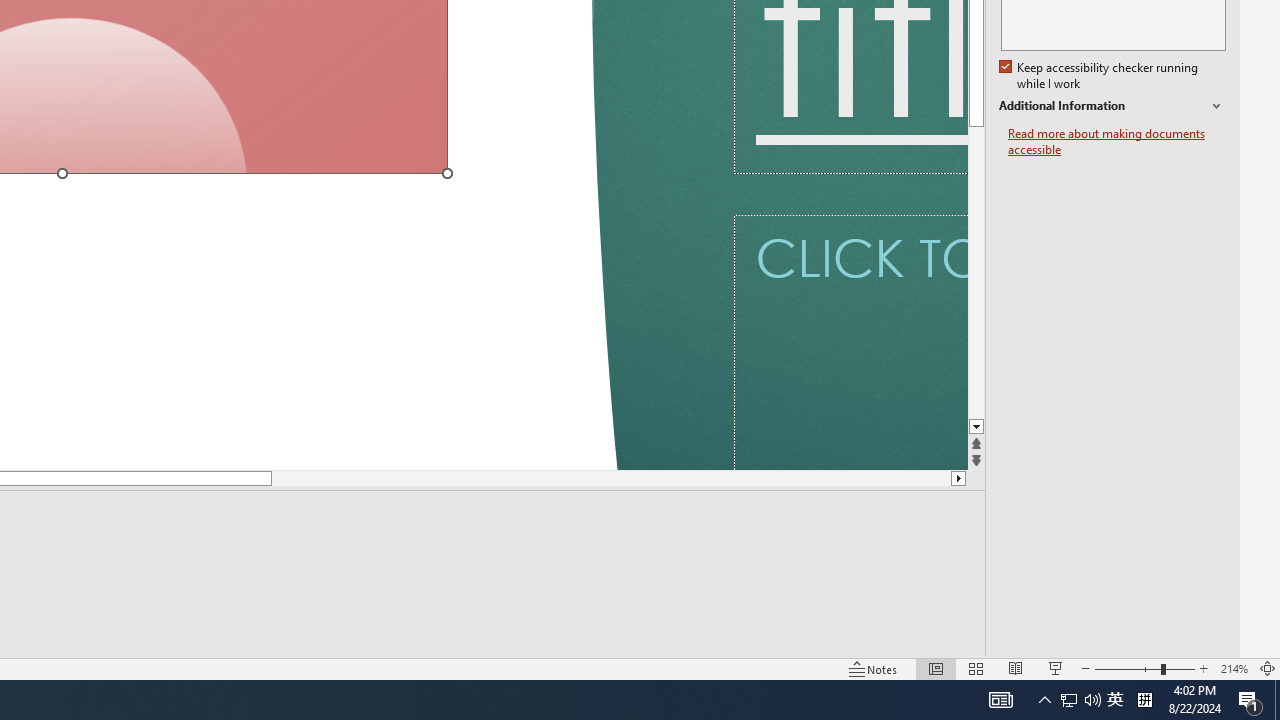 The height and width of the screenshot is (720, 1280). Describe the element at coordinates (976, 426) in the screenshot. I see `'Line down'` at that location.